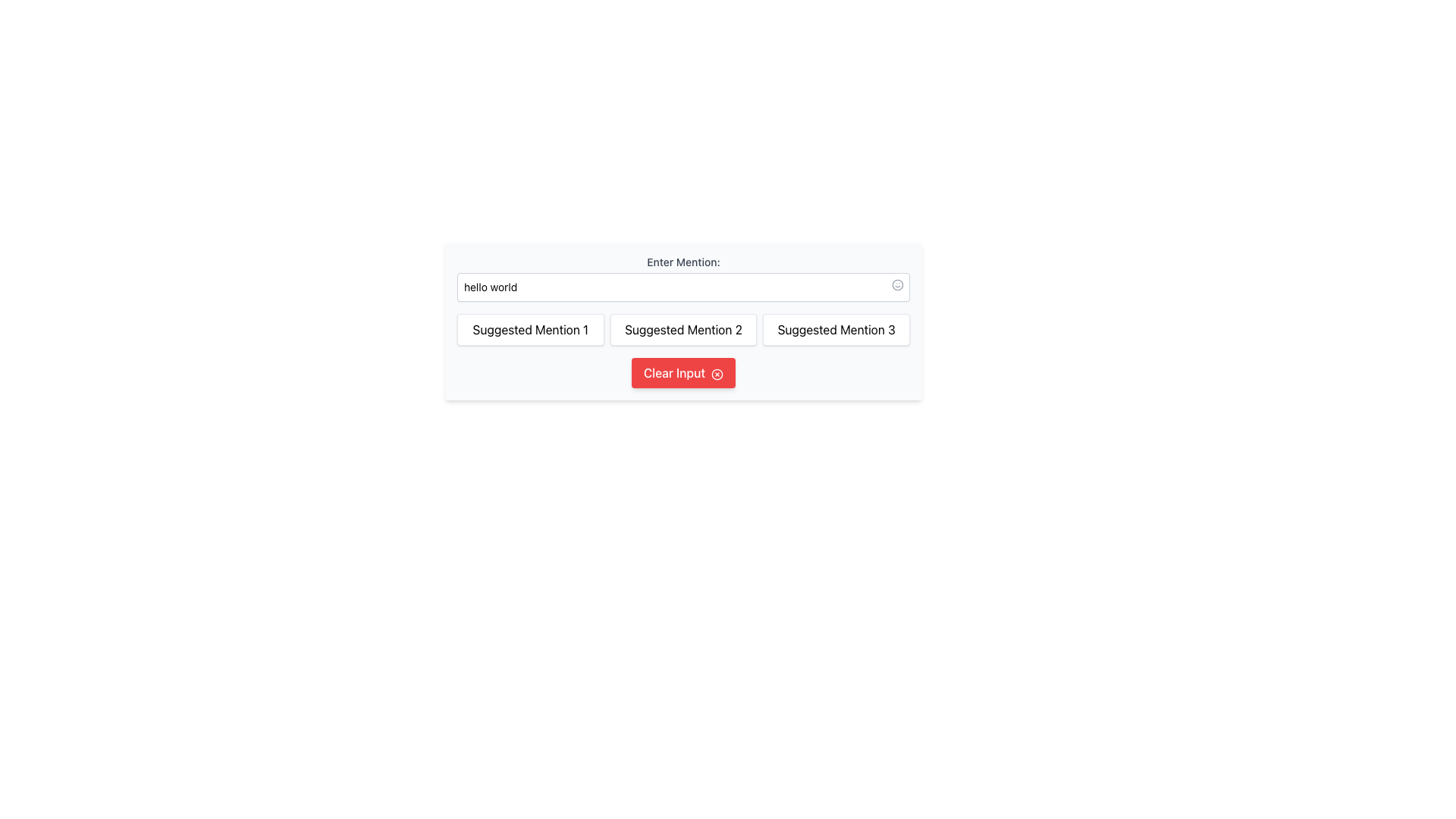  What do you see at coordinates (682, 388) in the screenshot?
I see `the 'Clear Input' button in the centered white dialog box that contains the title 'Enter Mention:' and has a red button with an 'x' icon` at bounding box center [682, 388].